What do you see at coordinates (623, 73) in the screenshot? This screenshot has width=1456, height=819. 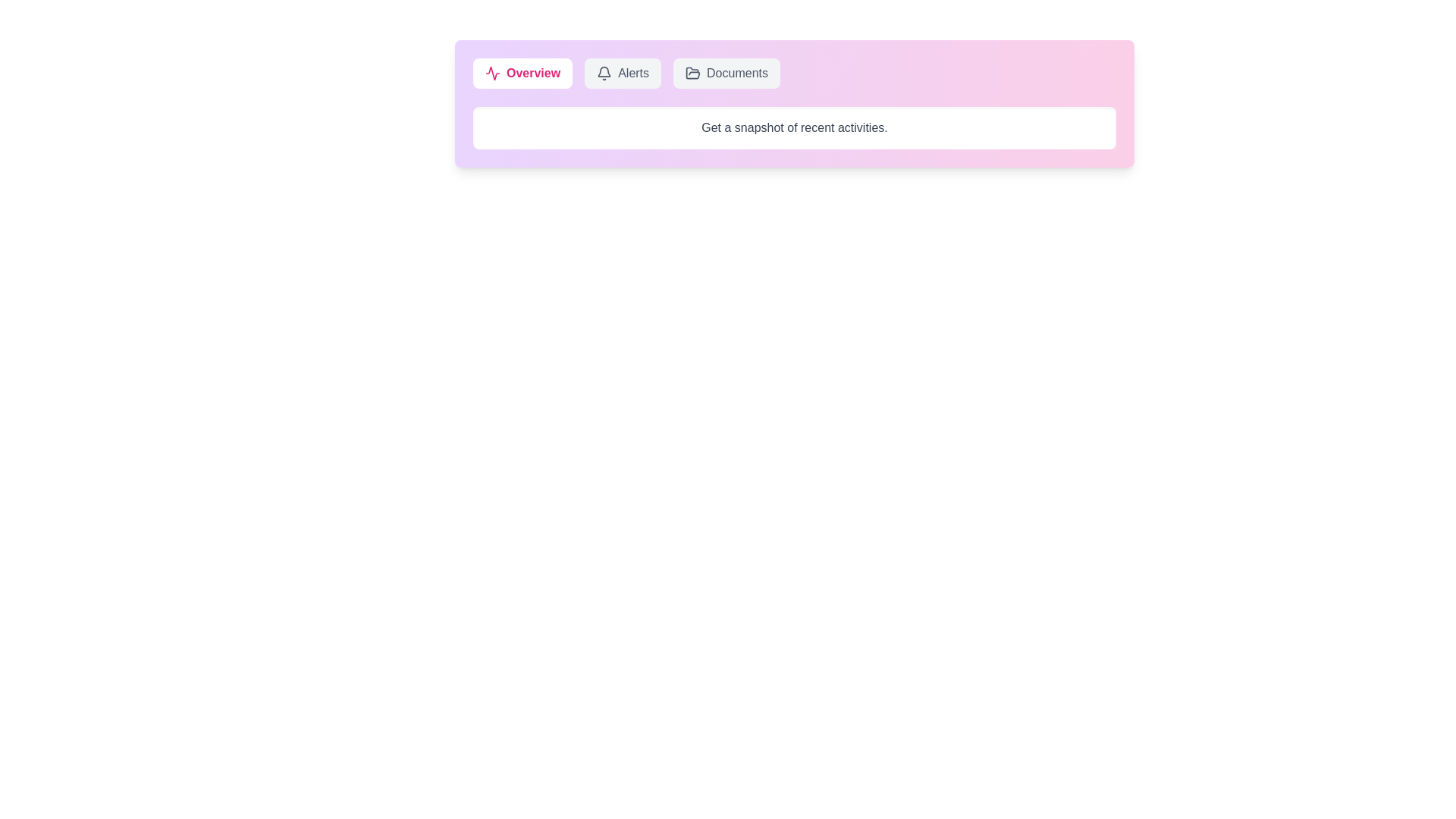 I see `the Alerts tab to view its content` at bounding box center [623, 73].